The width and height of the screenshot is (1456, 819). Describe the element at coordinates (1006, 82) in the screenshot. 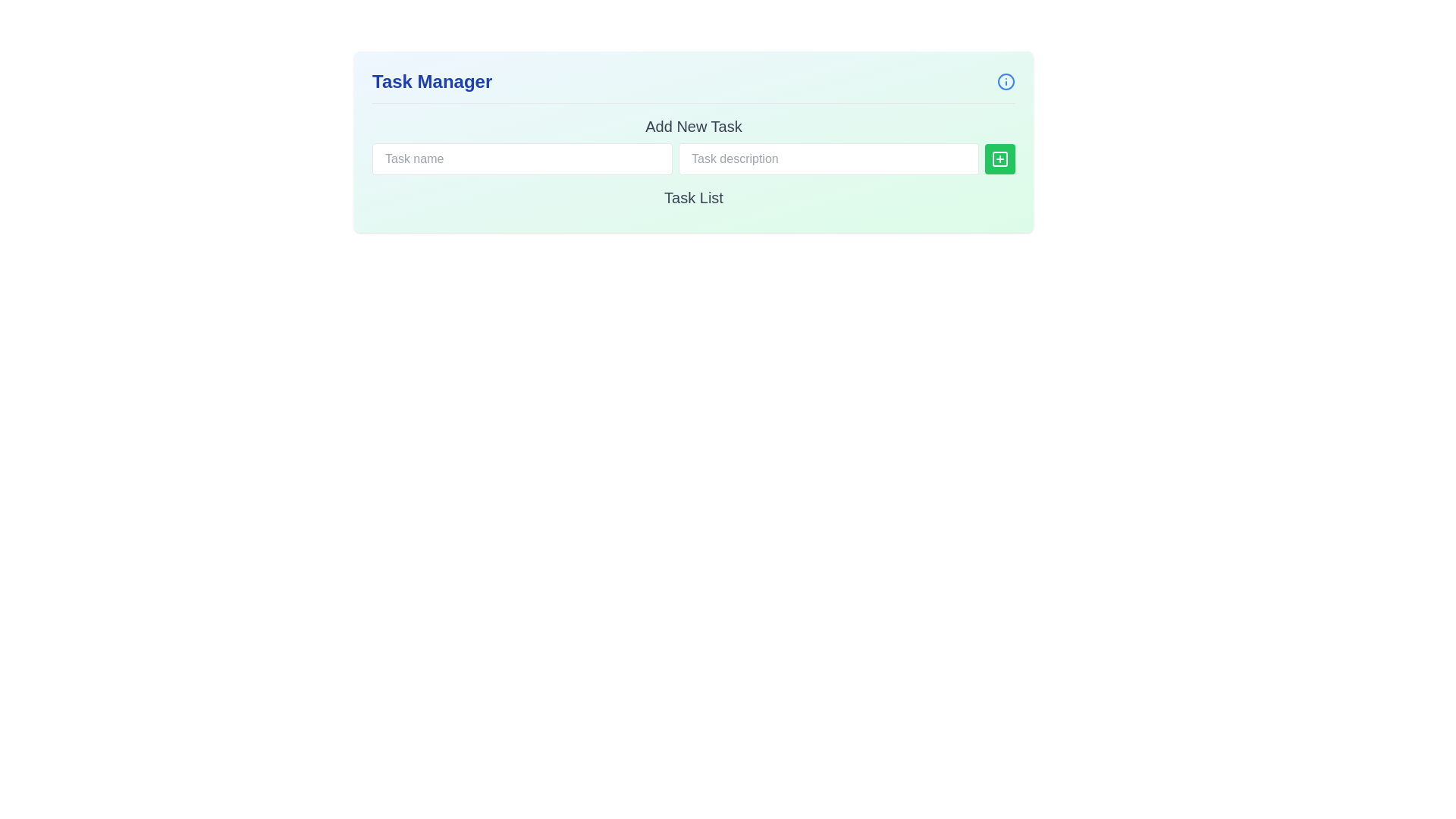

I see `the graphical circle element located in the top-right area of the application interface` at that location.